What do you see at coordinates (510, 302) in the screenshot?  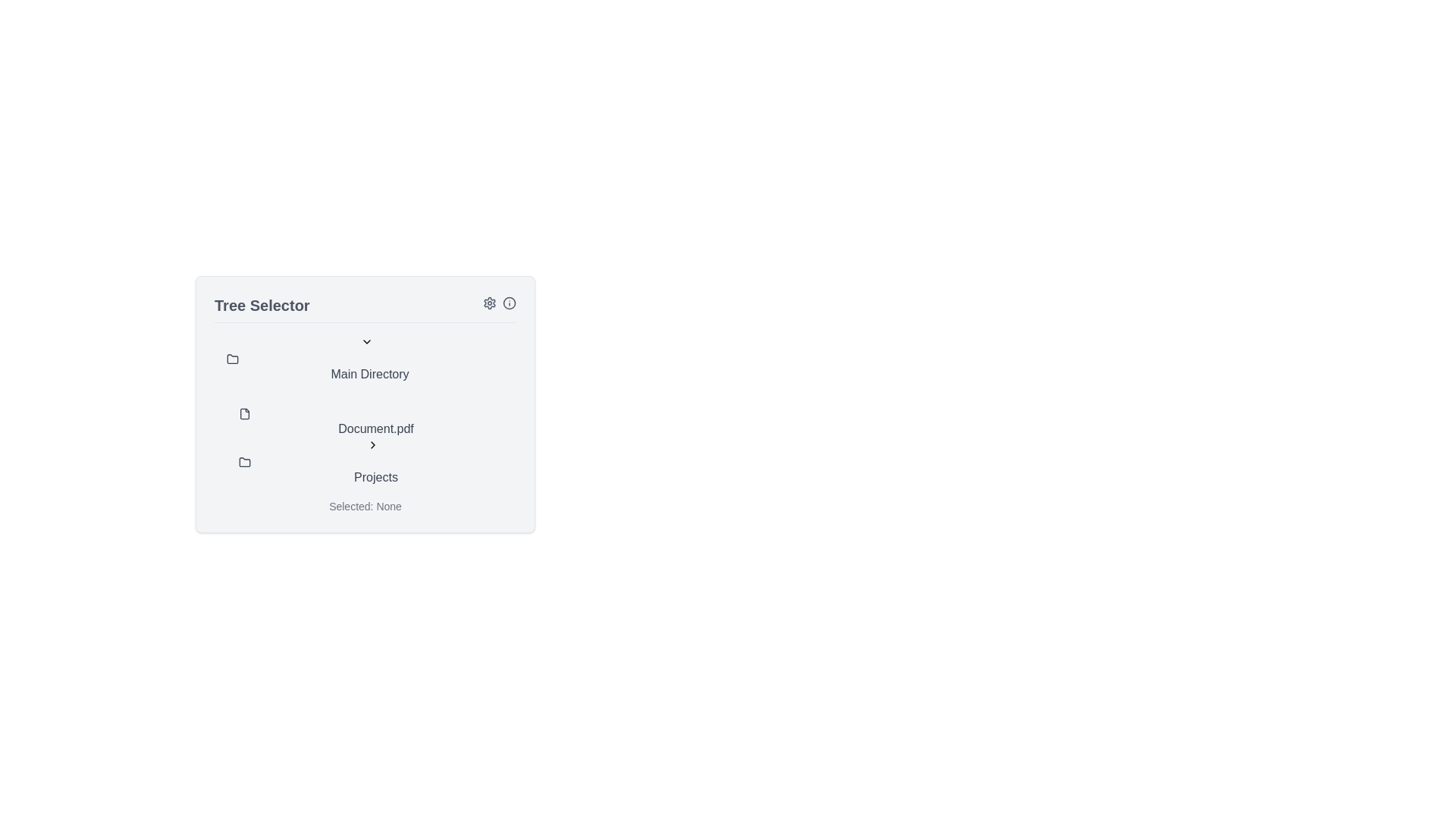 I see `the circular icon in the top-right corner, which features a smaller circle and a vertical line inside its perimeter` at bounding box center [510, 302].